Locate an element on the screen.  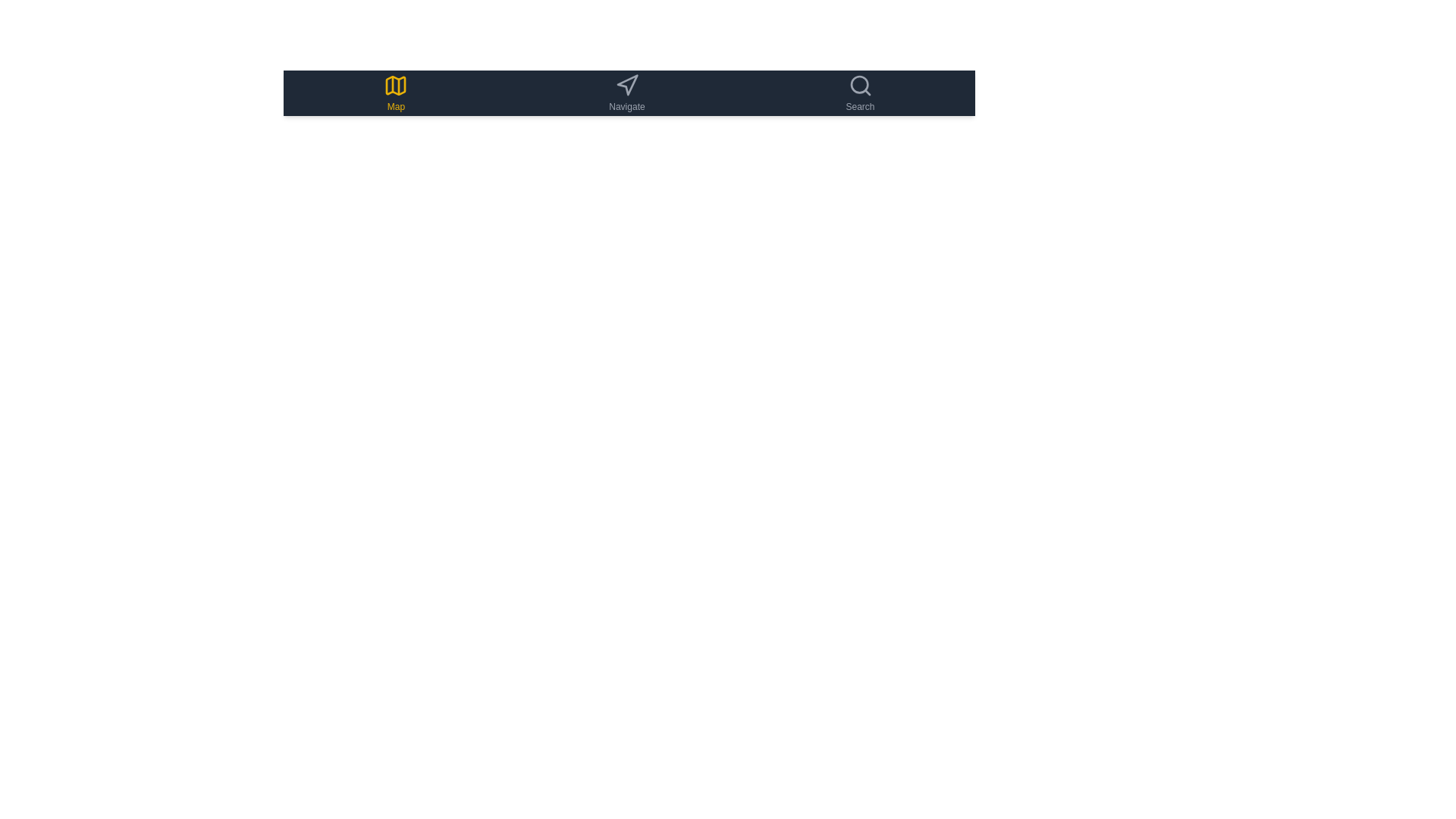
the navigation-related vector icon shaped like an arrowhead, which is located in the dark toolbar between the 'Map' icon and the 'Search' icon is located at coordinates (627, 85).